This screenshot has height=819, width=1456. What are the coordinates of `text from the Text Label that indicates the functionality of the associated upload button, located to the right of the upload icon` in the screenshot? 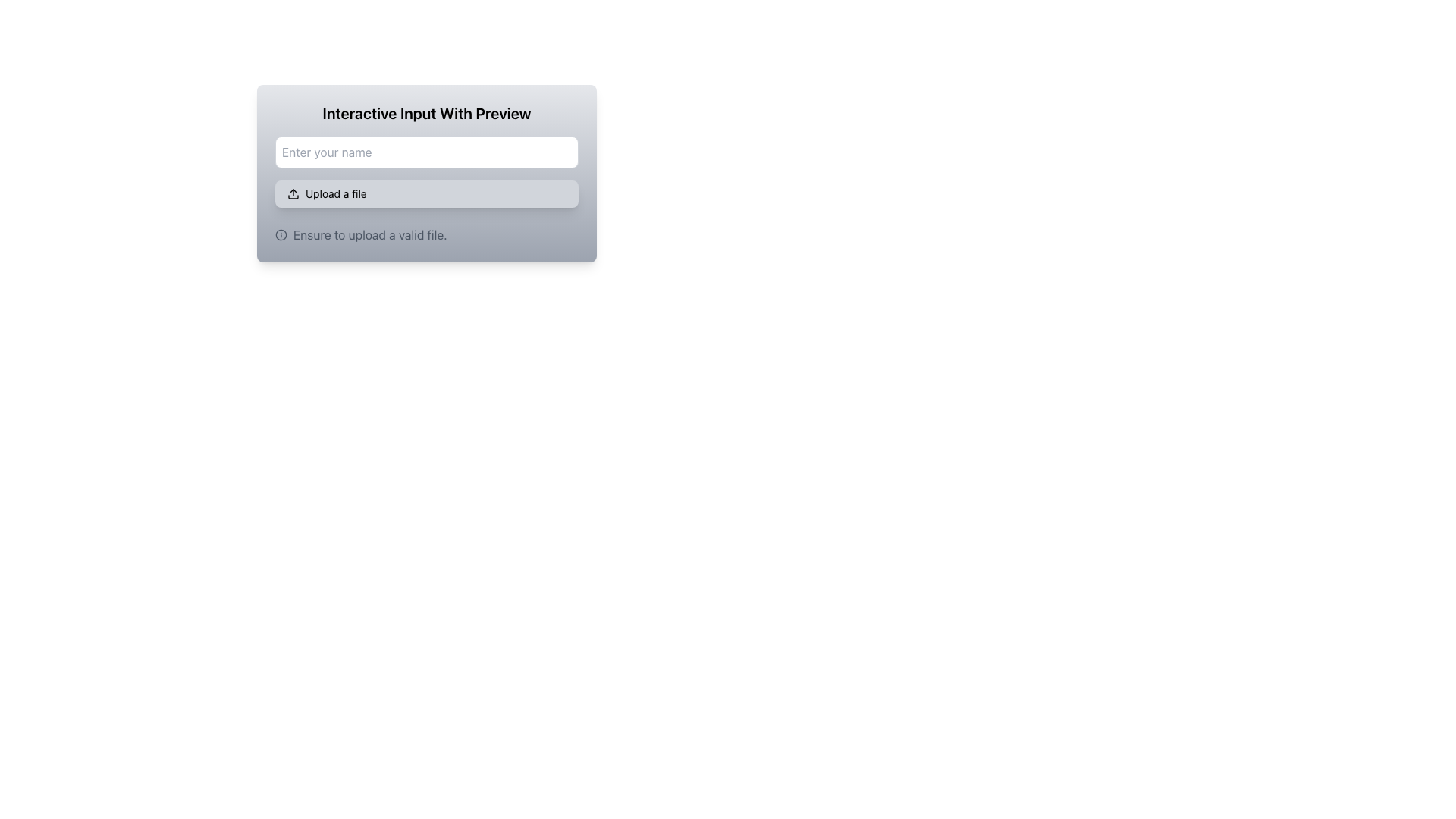 It's located at (335, 193).